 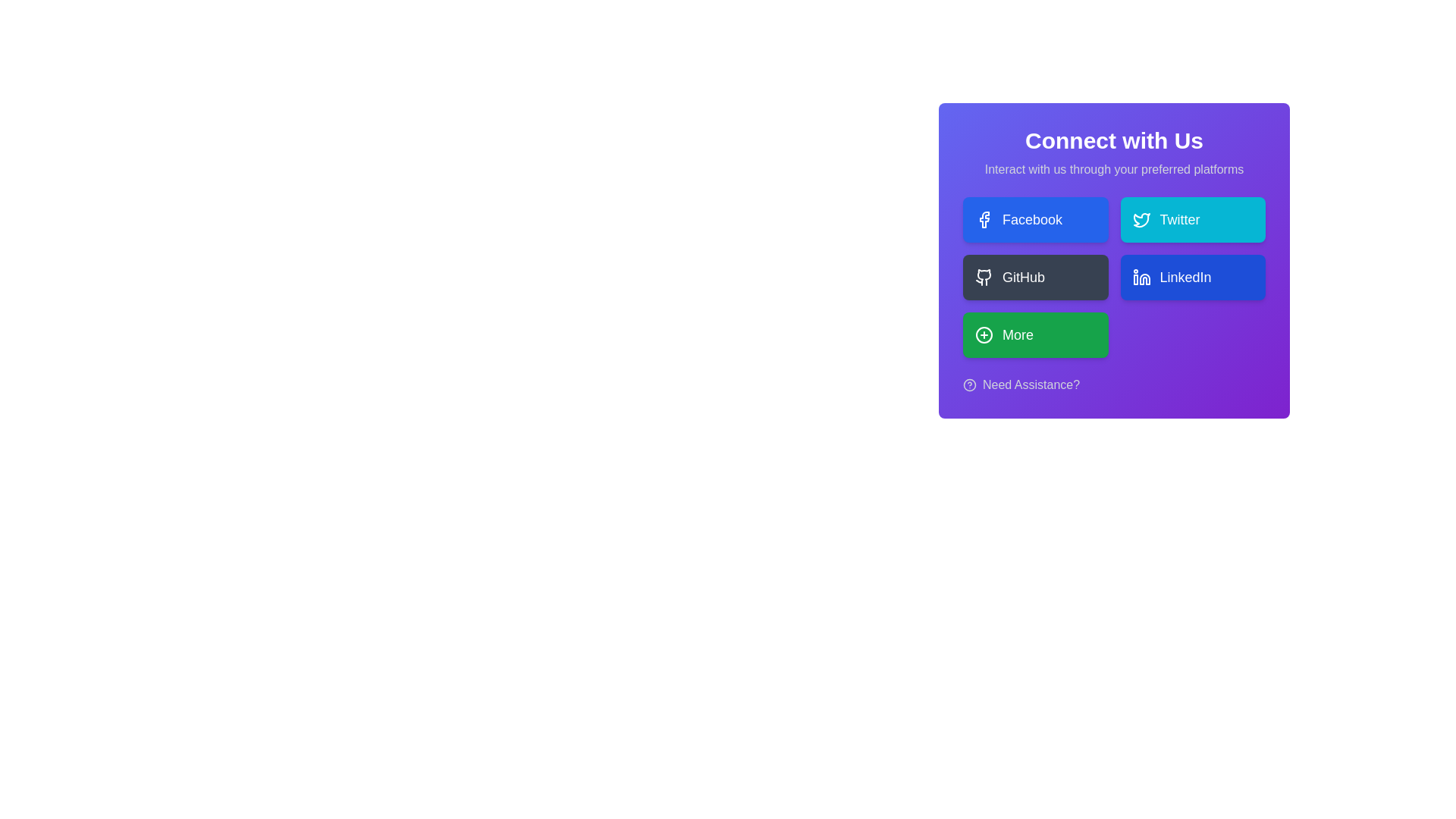 What do you see at coordinates (1034, 278) in the screenshot?
I see `the 'GitHub' button, which has a dark grey background, white text, and a GitHub logo on the left side, located in the second row and first column of the grid layout` at bounding box center [1034, 278].